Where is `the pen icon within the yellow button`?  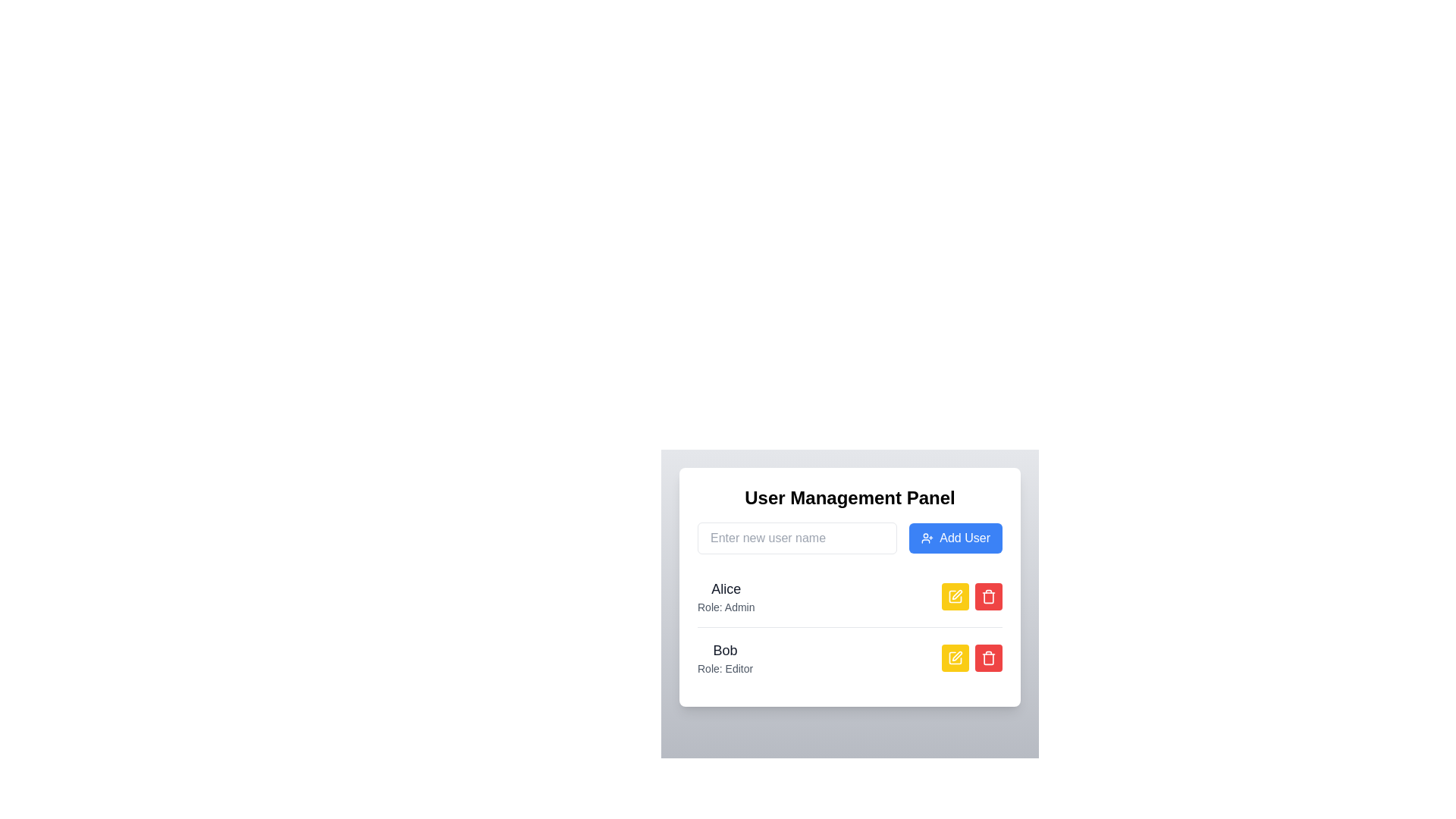 the pen icon within the yellow button is located at coordinates (956, 655).